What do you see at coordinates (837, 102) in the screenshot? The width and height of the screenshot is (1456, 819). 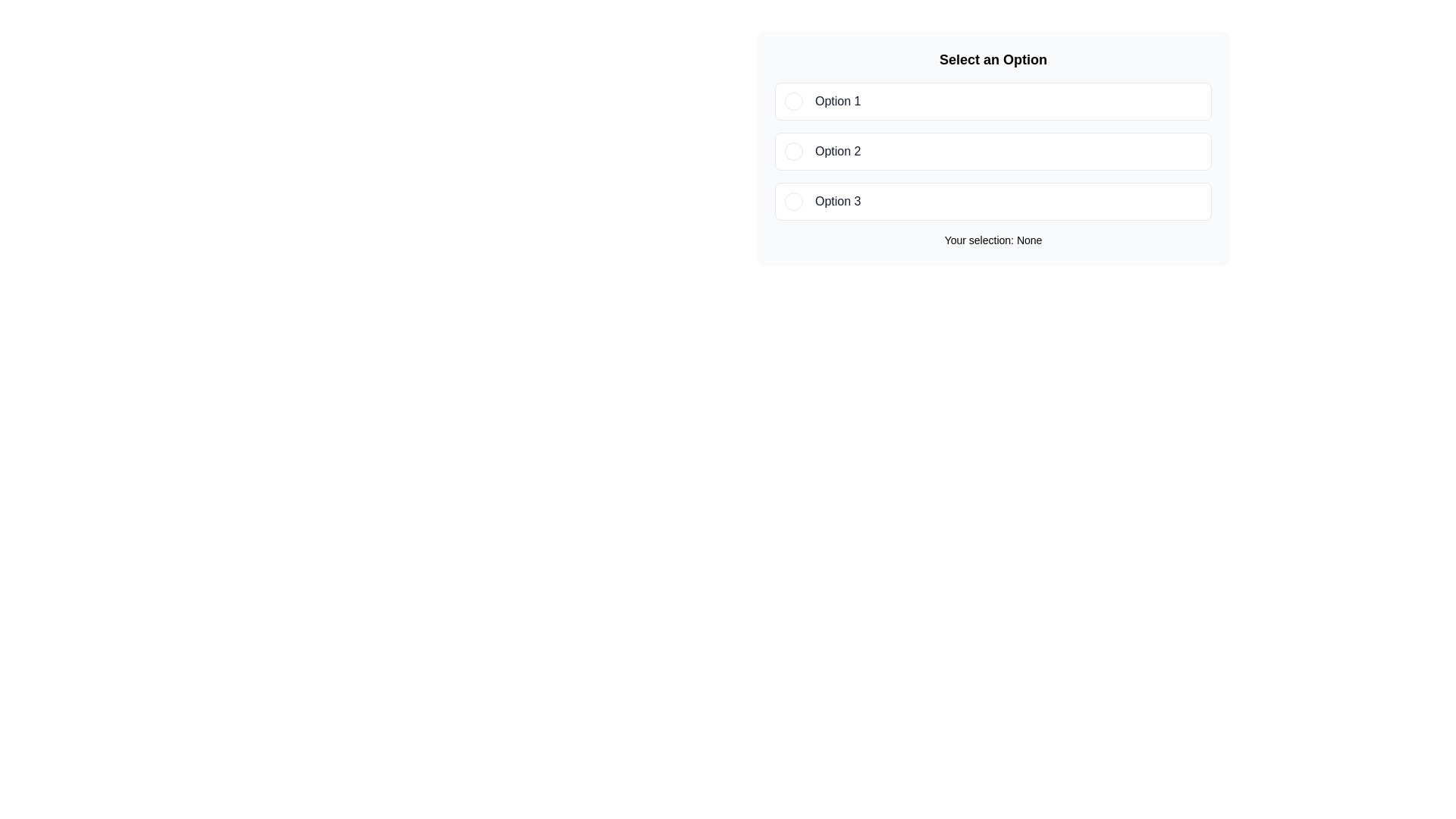 I see `the text label that describes the first selectable option, which is located next to the radio button and displays 'Option 1'` at bounding box center [837, 102].